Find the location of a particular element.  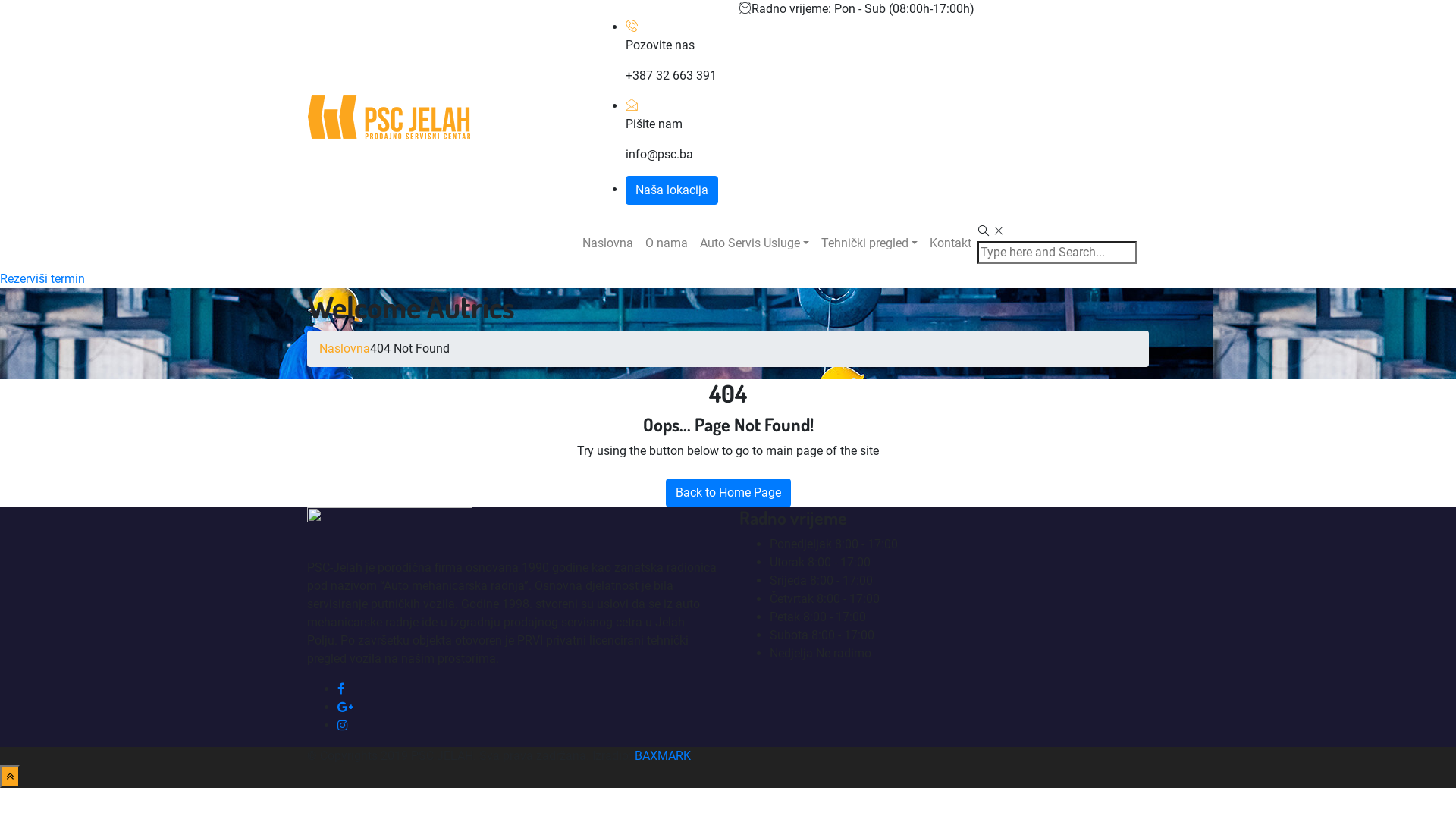

'Naslovna' is located at coordinates (318, 348).